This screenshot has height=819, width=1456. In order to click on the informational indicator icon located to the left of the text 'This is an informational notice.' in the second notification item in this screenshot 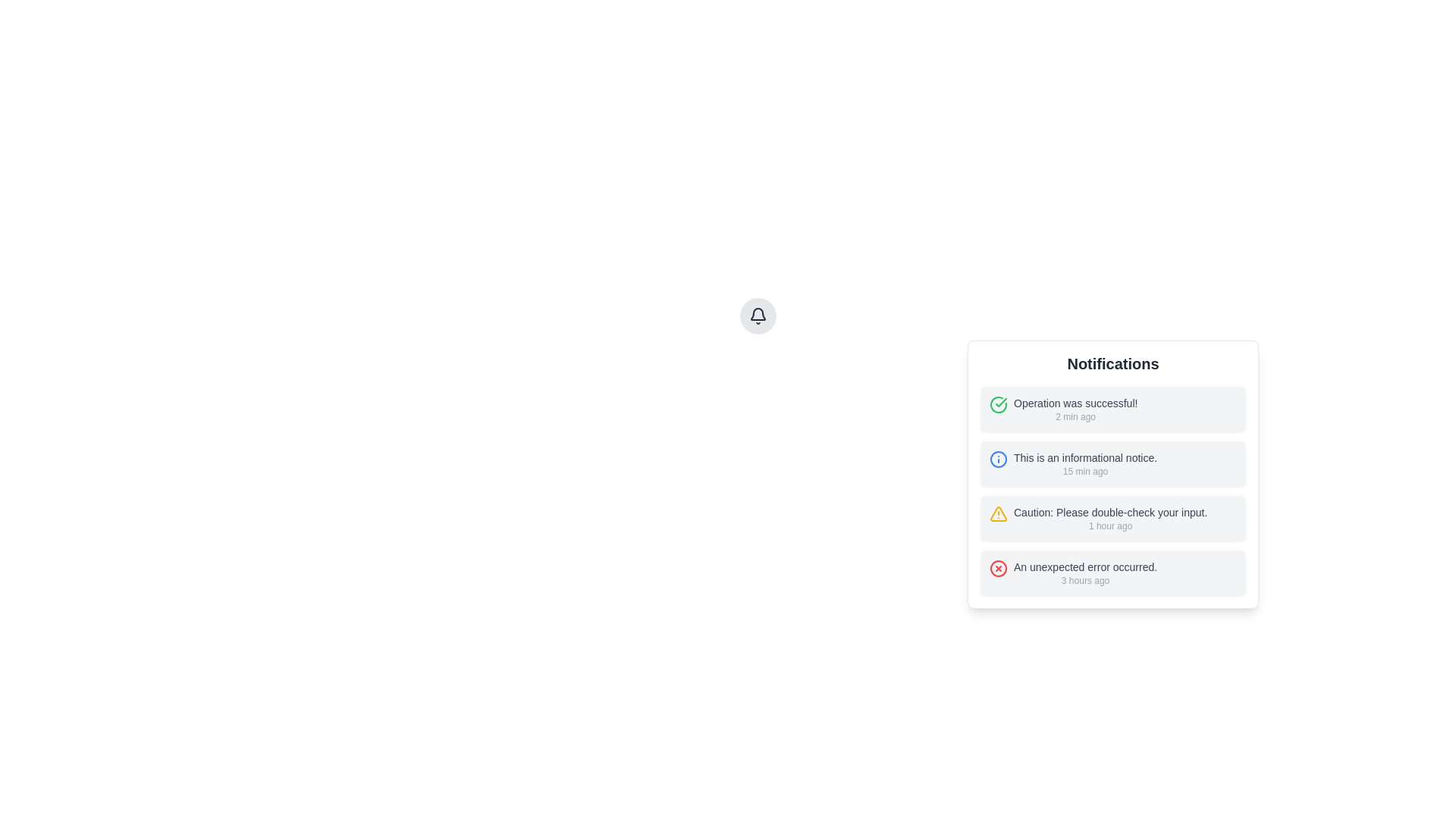, I will do `click(998, 458)`.